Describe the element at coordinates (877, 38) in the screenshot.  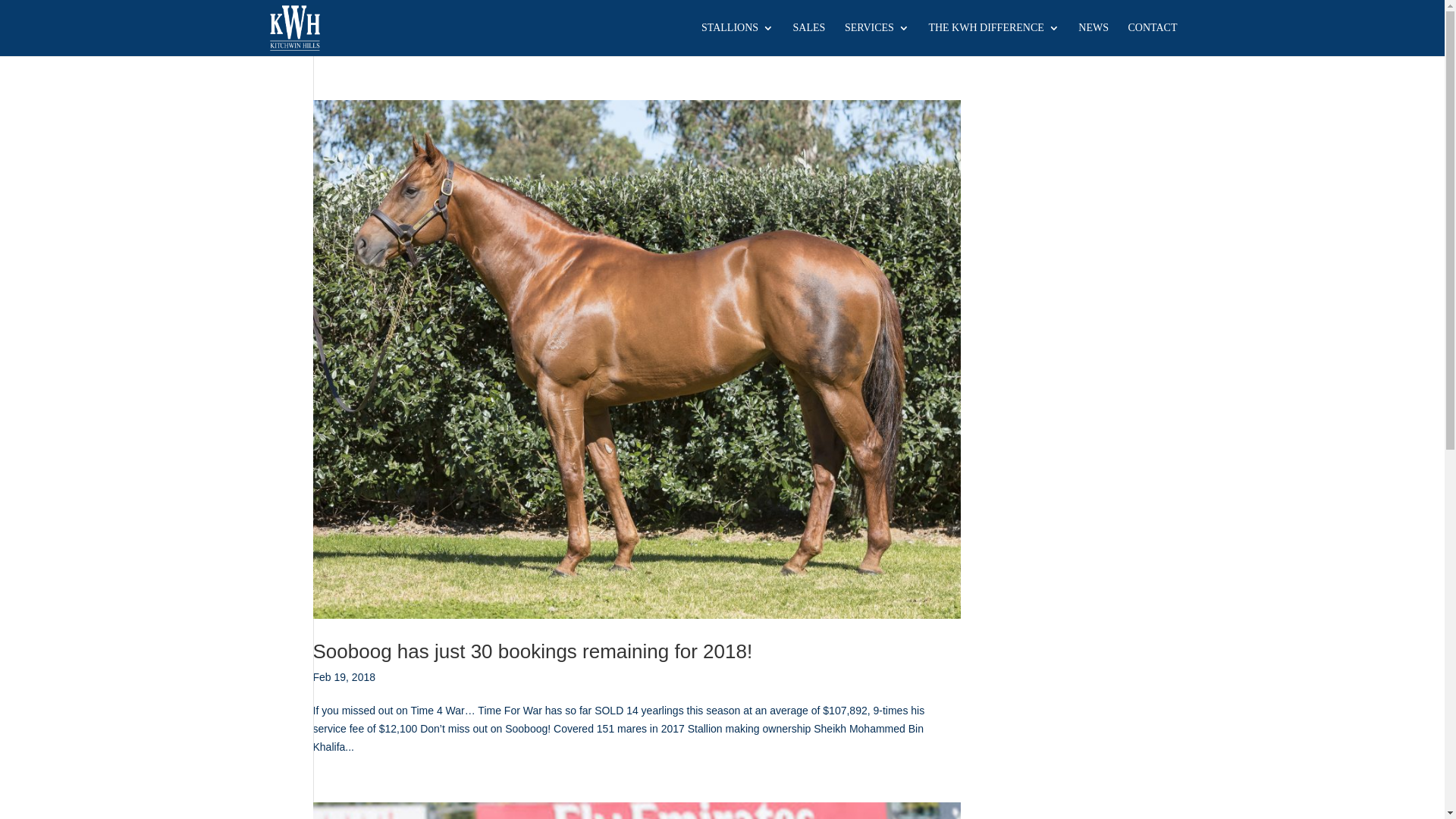
I see `'SERVICES'` at that location.